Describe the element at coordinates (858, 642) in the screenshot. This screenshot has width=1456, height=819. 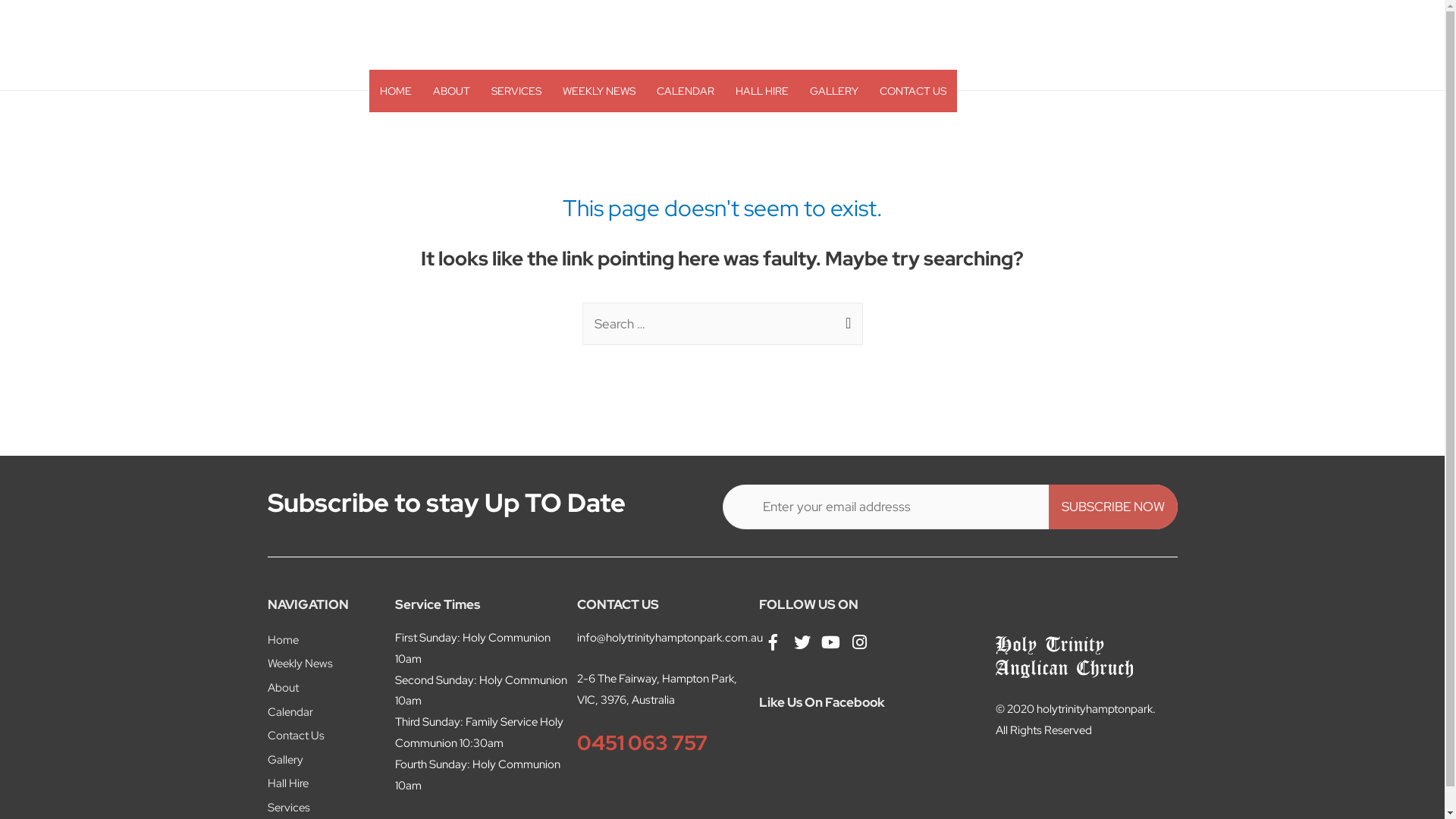
I see `'Instagram'` at that location.